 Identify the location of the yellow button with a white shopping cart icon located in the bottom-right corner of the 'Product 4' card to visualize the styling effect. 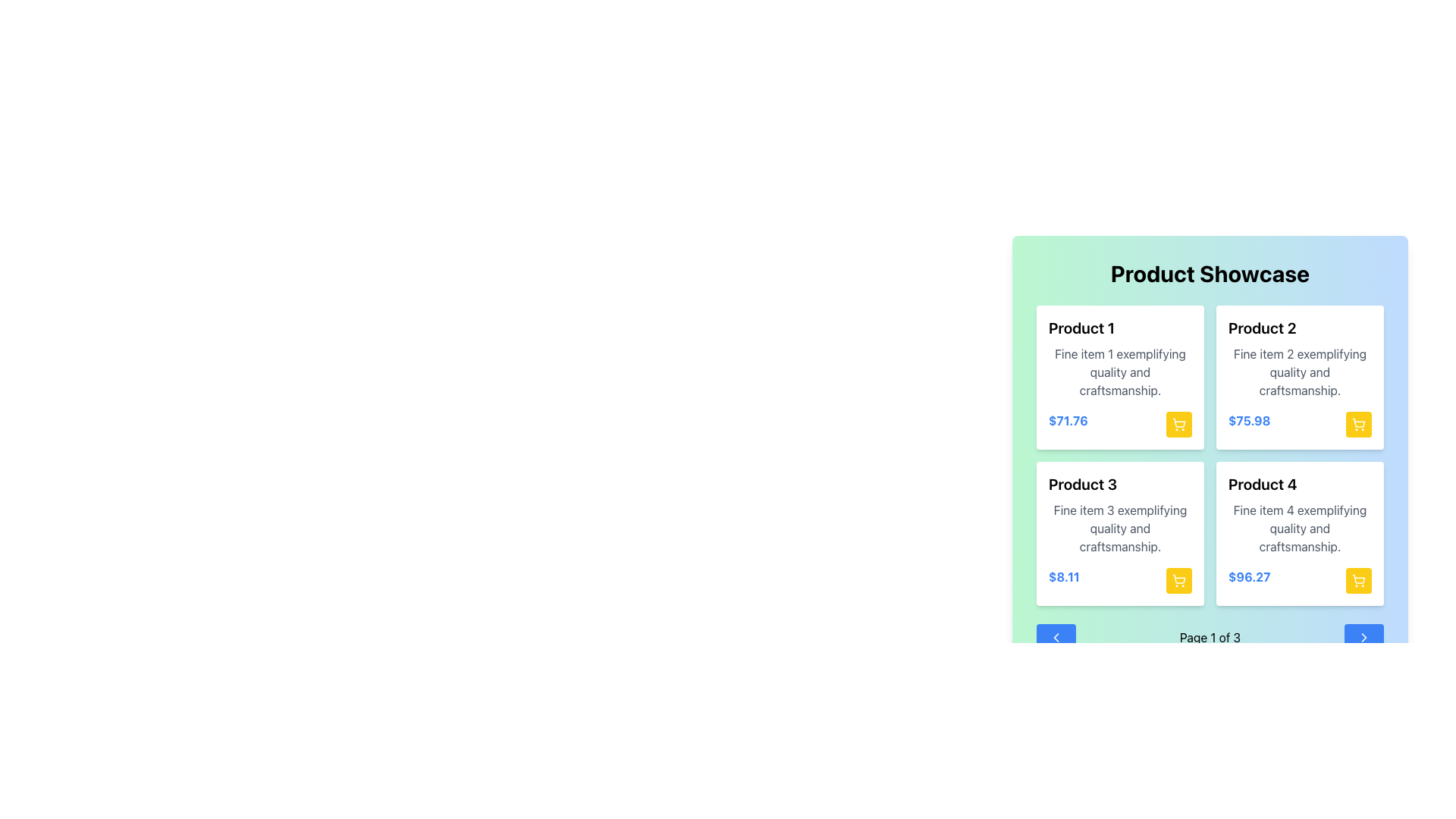
(1358, 580).